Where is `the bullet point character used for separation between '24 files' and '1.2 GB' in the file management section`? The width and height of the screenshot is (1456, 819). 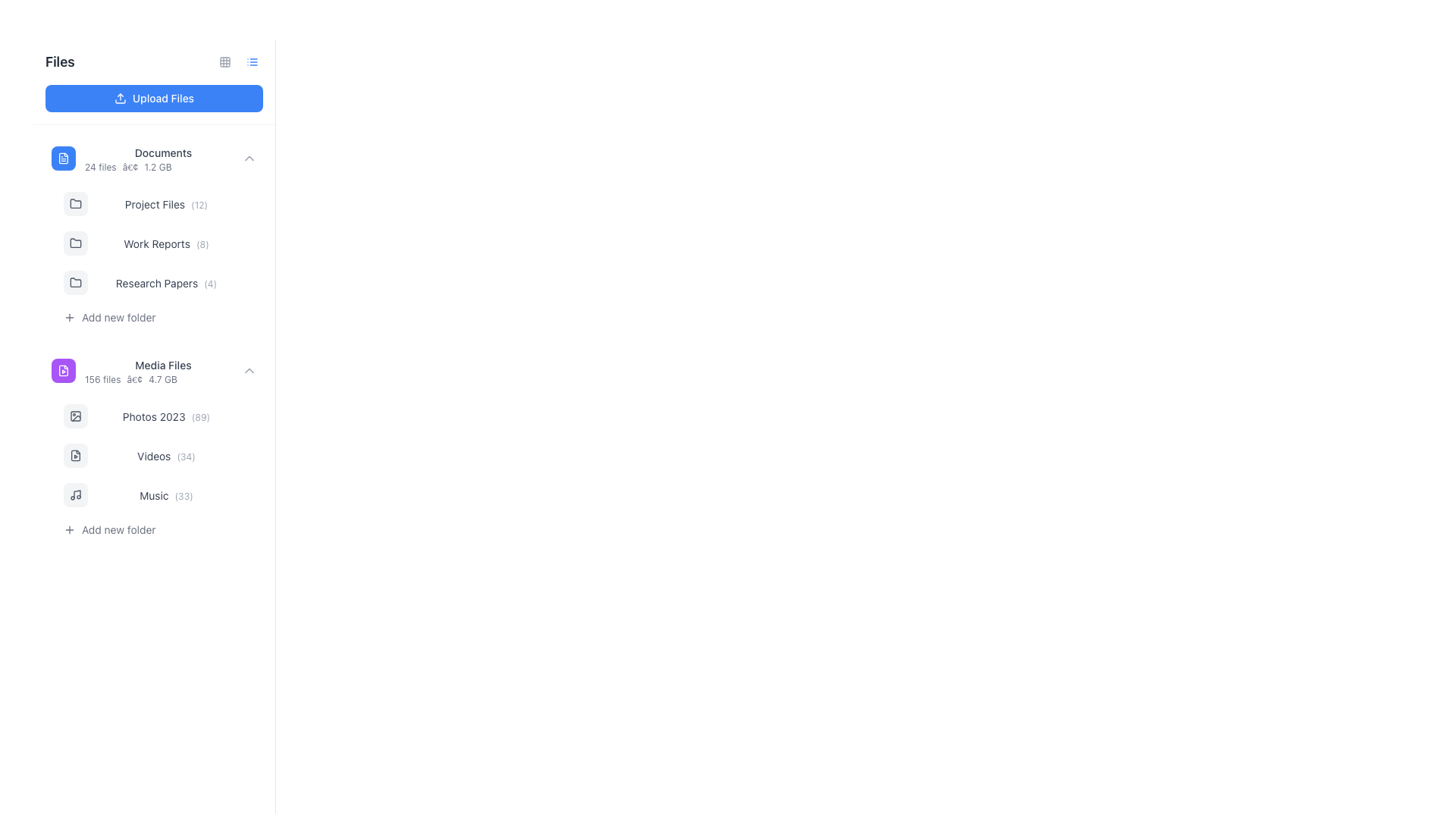 the bullet point character used for separation between '24 files' and '1.2 GB' in the file management section is located at coordinates (130, 167).